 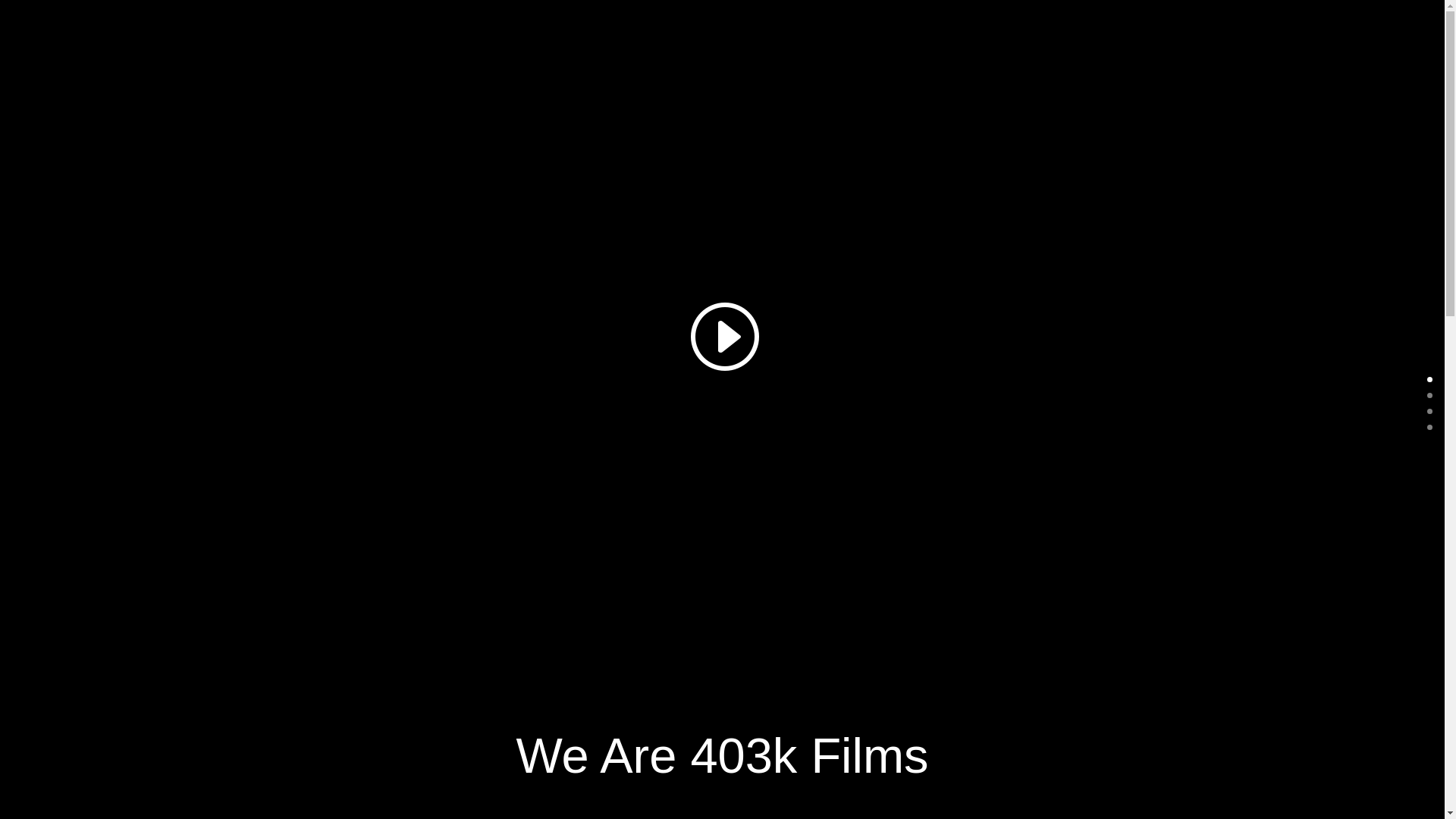 What do you see at coordinates (1429, 411) in the screenshot?
I see `'2'` at bounding box center [1429, 411].